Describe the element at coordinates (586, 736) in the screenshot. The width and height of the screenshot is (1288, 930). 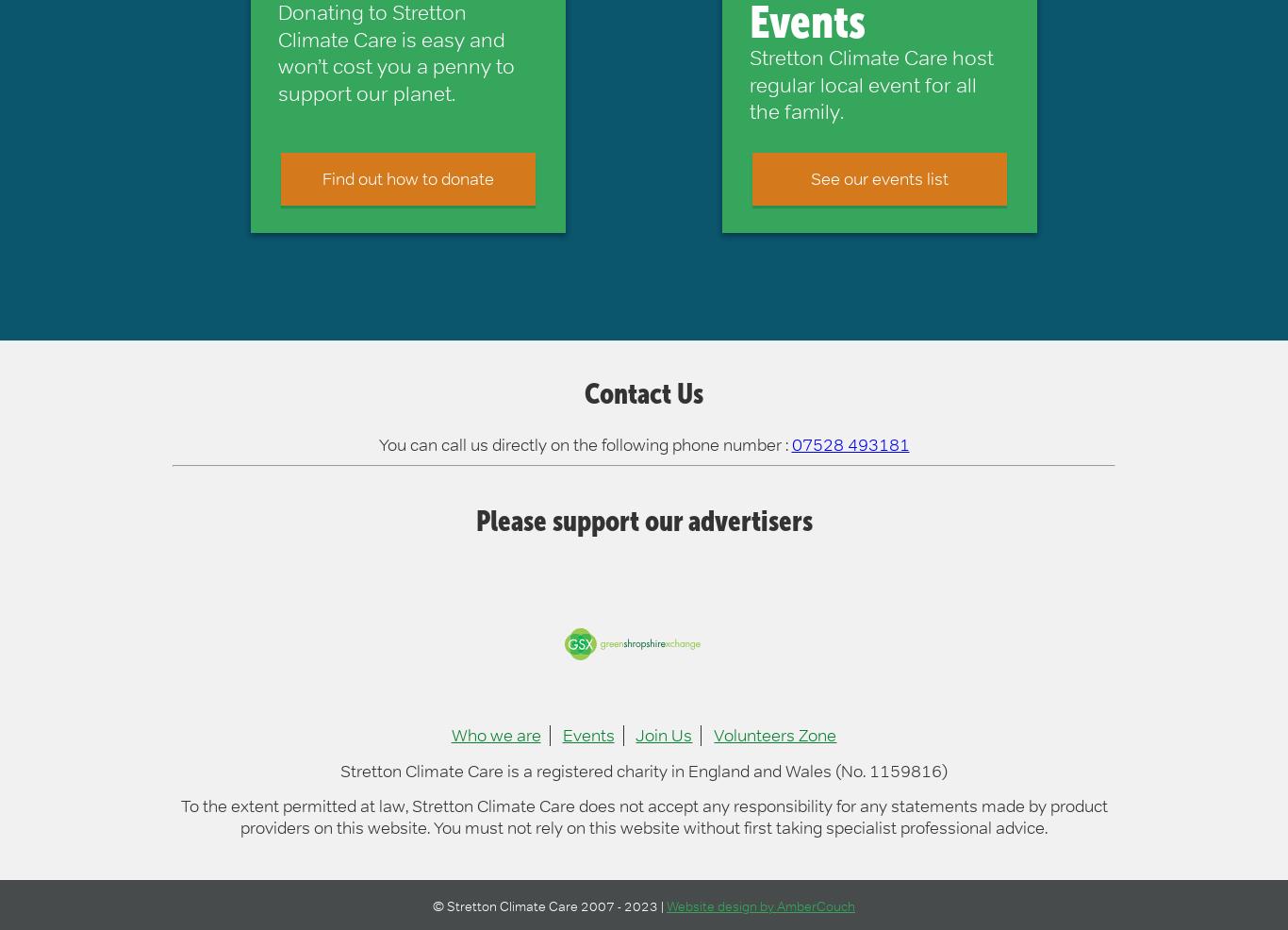
I see `'Events'` at that location.